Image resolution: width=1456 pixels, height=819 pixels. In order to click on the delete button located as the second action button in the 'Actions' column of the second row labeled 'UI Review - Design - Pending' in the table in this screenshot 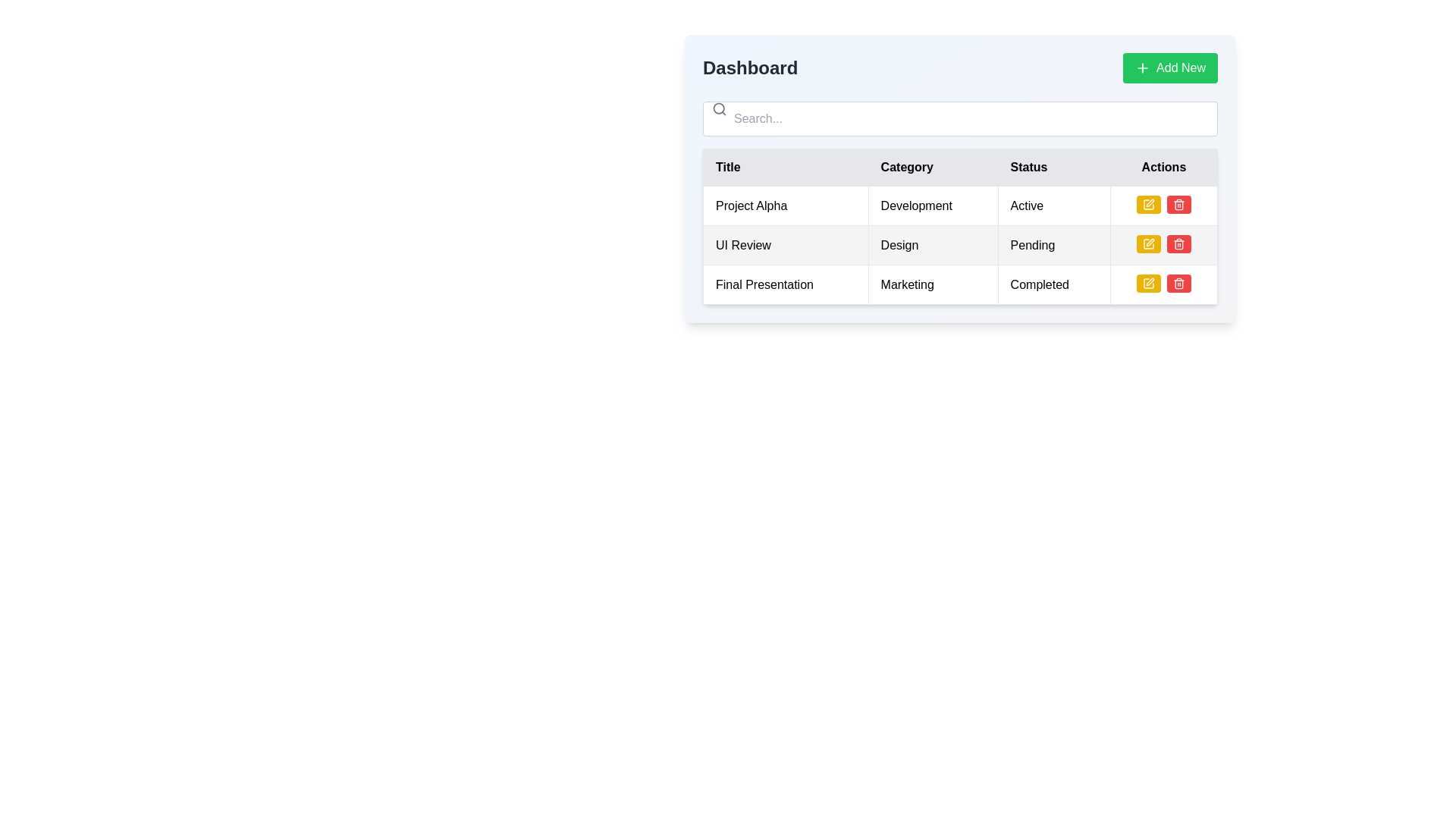, I will do `click(1178, 205)`.